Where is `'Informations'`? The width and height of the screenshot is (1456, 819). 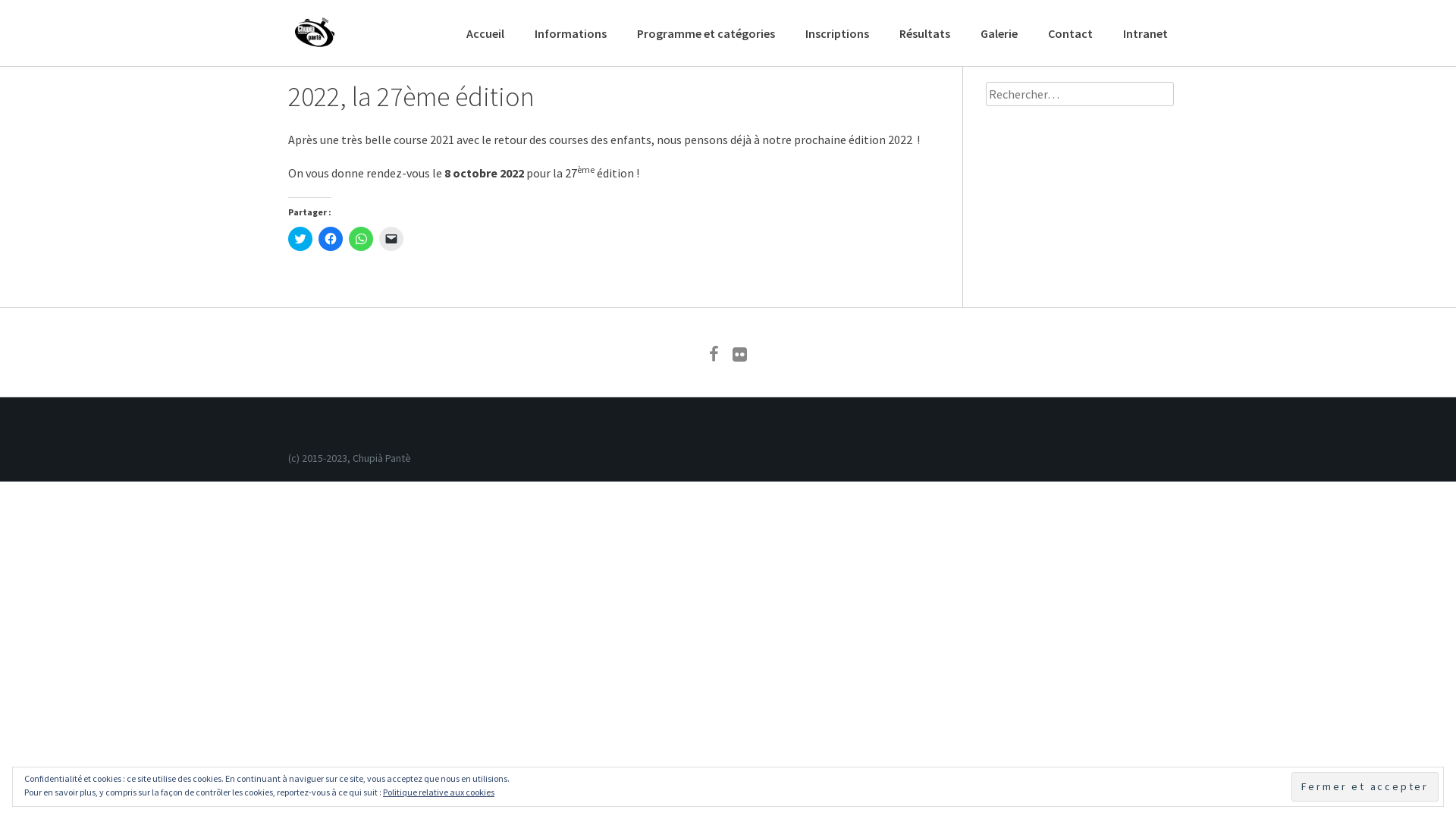 'Informations' is located at coordinates (570, 33).